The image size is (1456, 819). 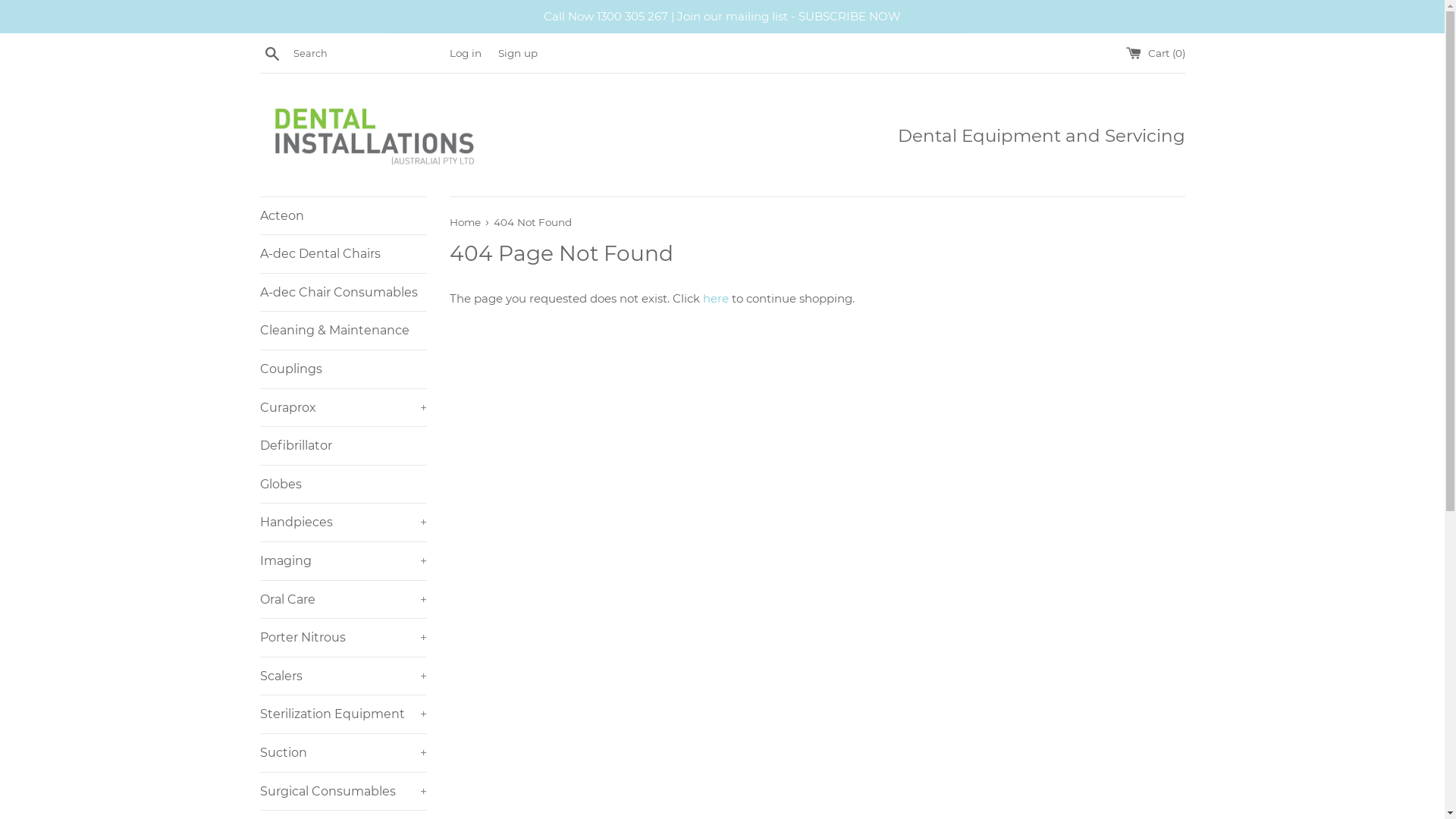 What do you see at coordinates (464, 52) in the screenshot?
I see `'Log in'` at bounding box center [464, 52].